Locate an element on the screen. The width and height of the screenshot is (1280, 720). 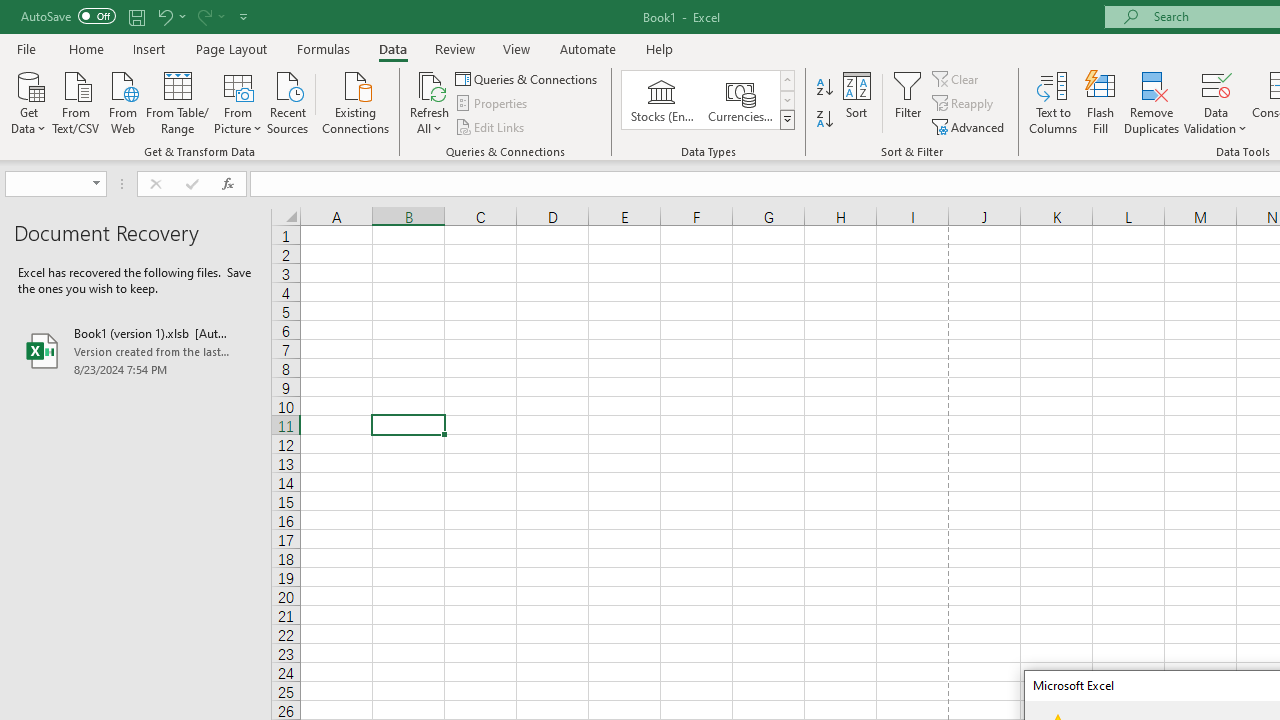
'From Table/Range' is located at coordinates (177, 101).